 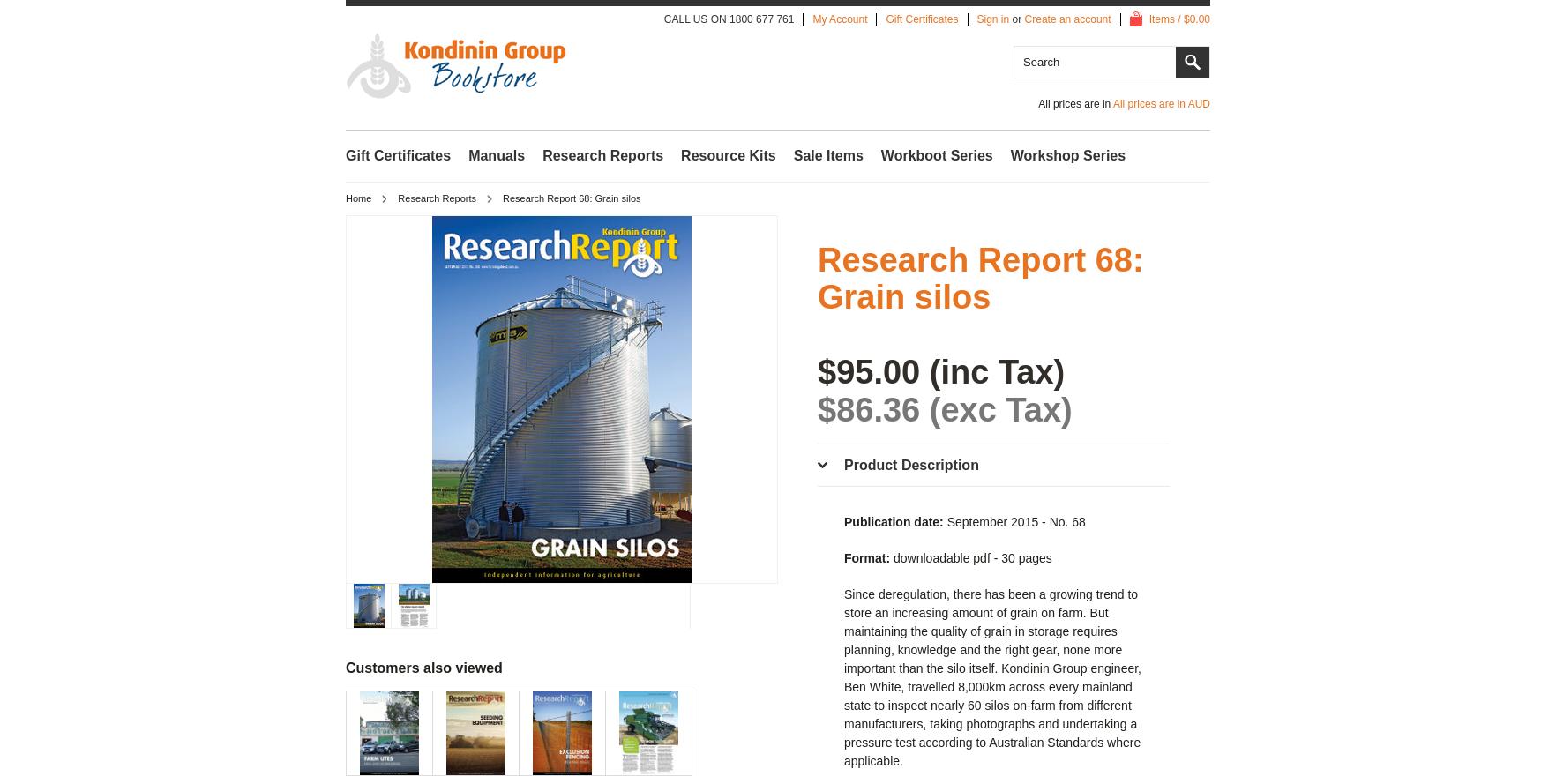 What do you see at coordinates (729, 19) in the screenshot?
I see `'CALL US ON 1800 677 761'` at bounding box center [729, 19].